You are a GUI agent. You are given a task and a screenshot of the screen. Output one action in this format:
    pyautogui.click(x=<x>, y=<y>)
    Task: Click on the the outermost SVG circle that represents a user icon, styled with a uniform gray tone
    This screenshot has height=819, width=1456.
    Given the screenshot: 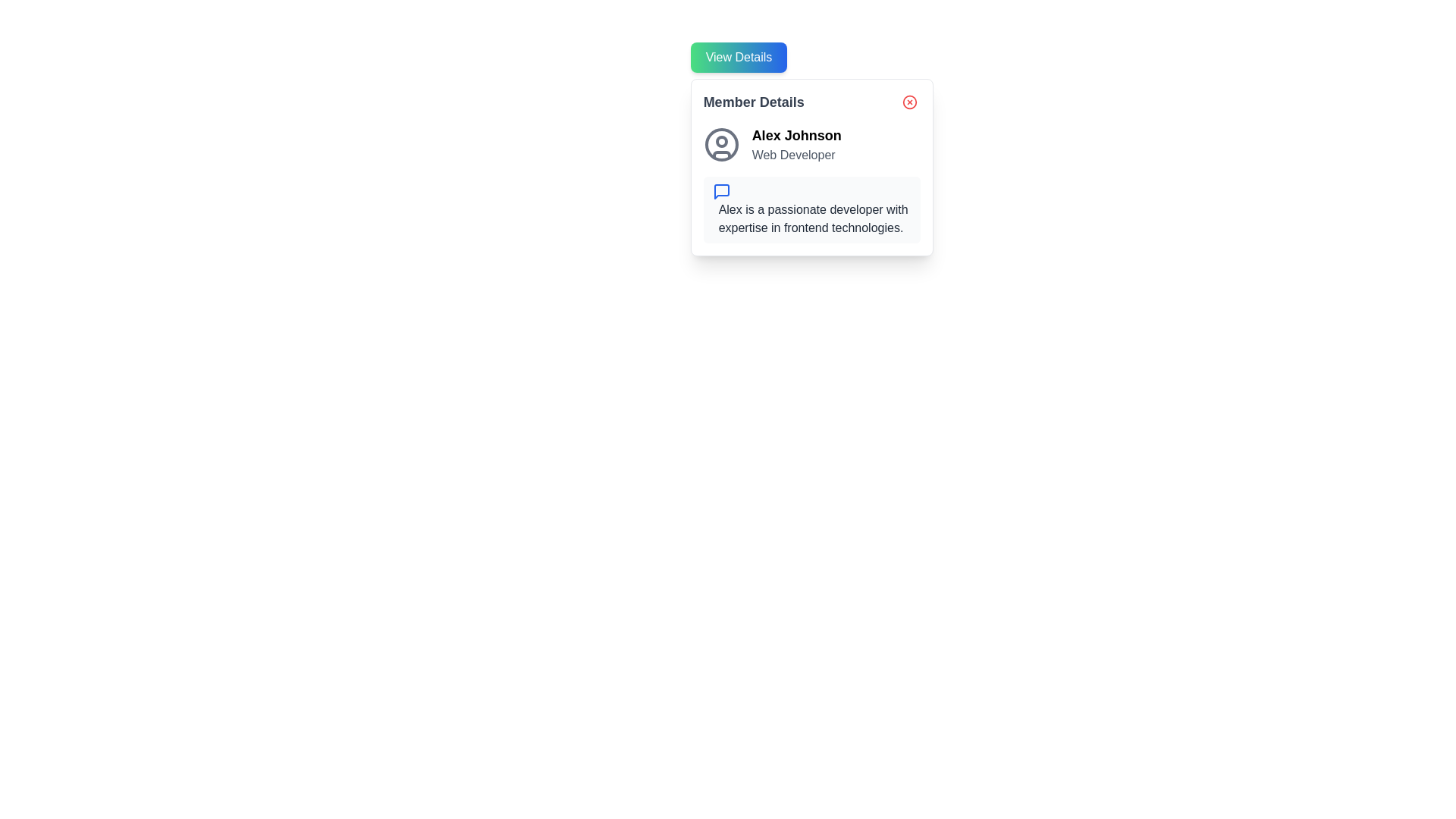 What is the action you would take?
    pyautogui.click(x=720, y=145)
    